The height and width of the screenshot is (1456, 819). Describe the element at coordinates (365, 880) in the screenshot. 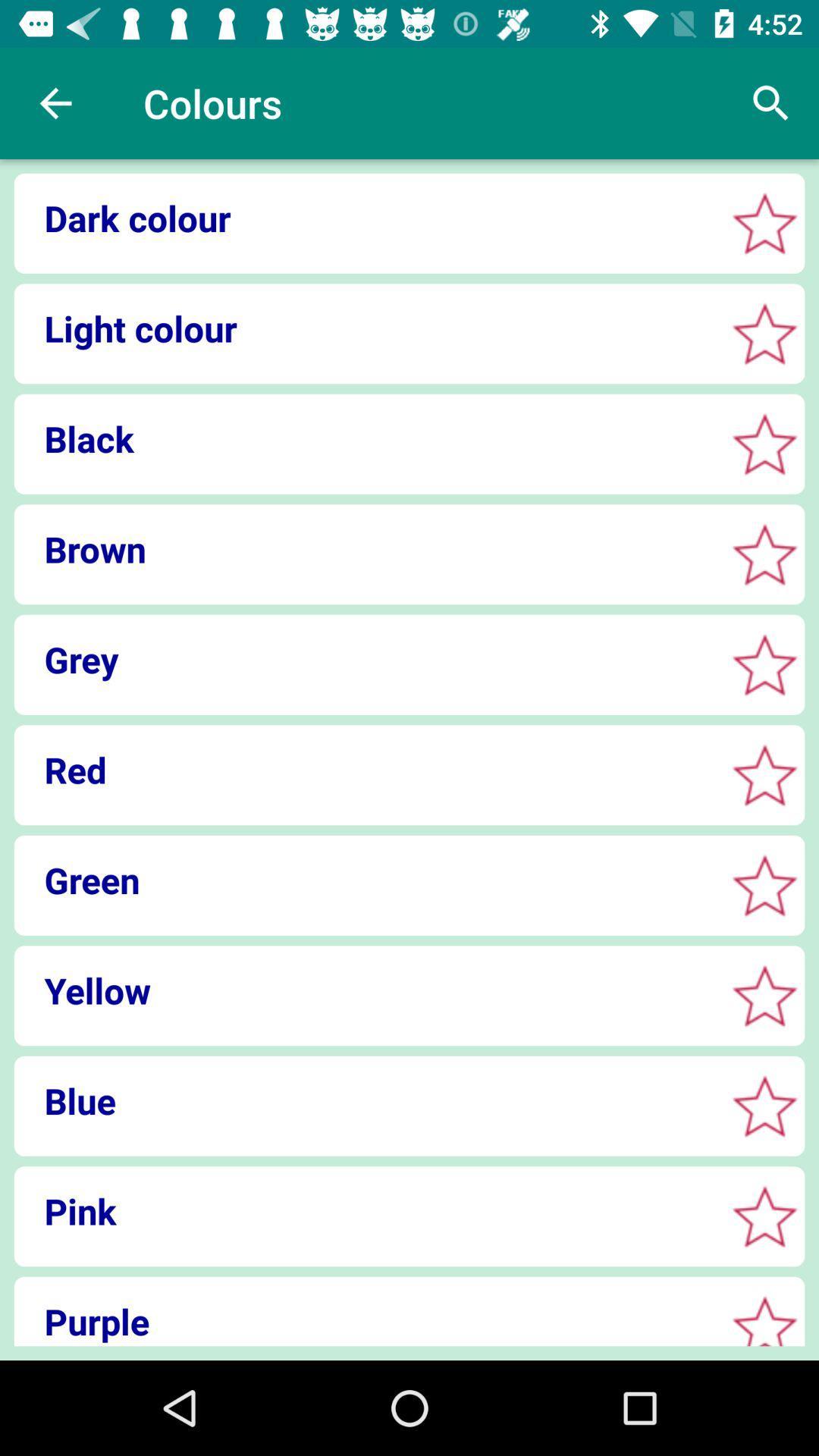

I see `green` at that location.